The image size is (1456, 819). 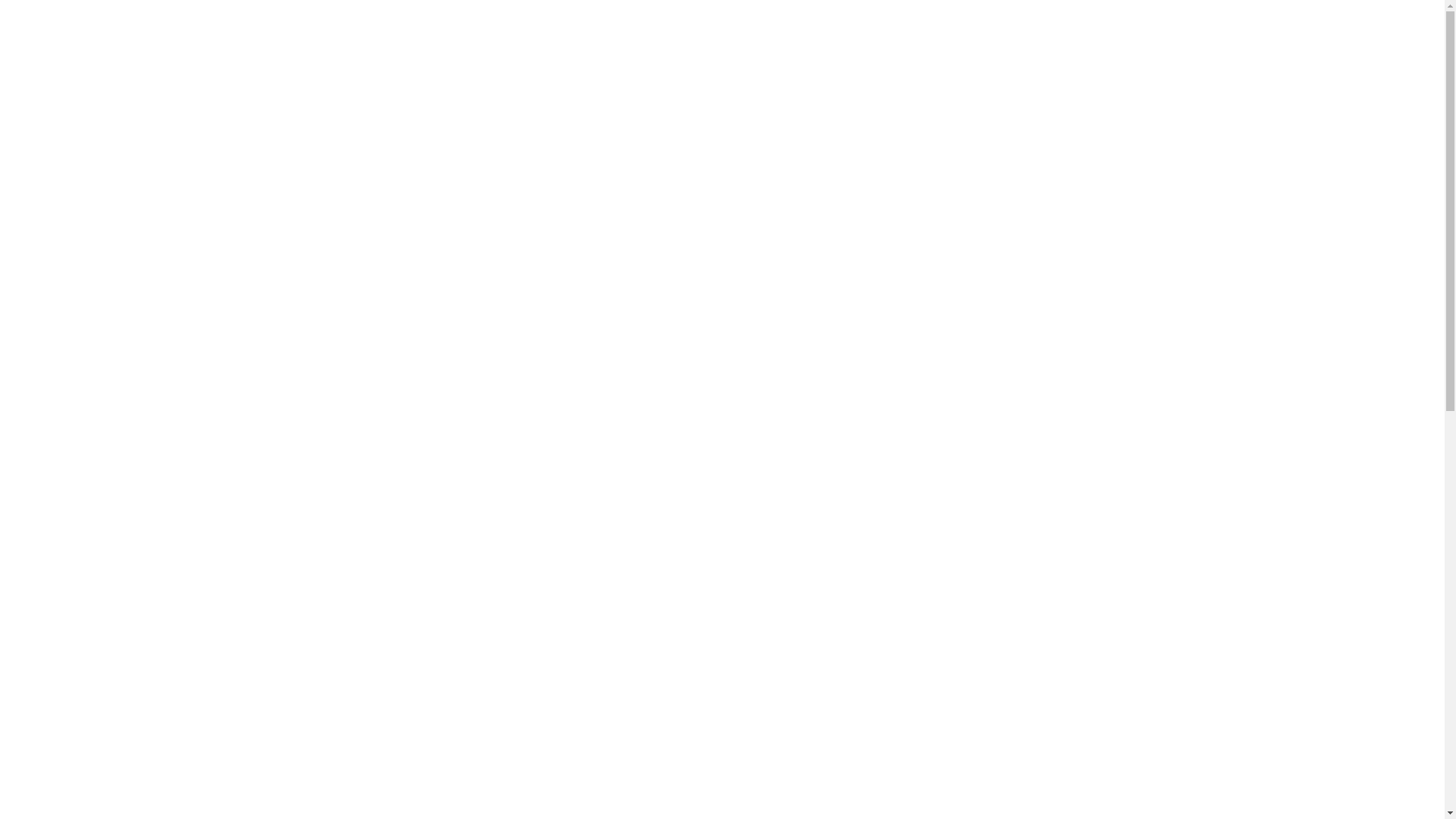 I want to click on 'Search', so click(x=1150, y=45).